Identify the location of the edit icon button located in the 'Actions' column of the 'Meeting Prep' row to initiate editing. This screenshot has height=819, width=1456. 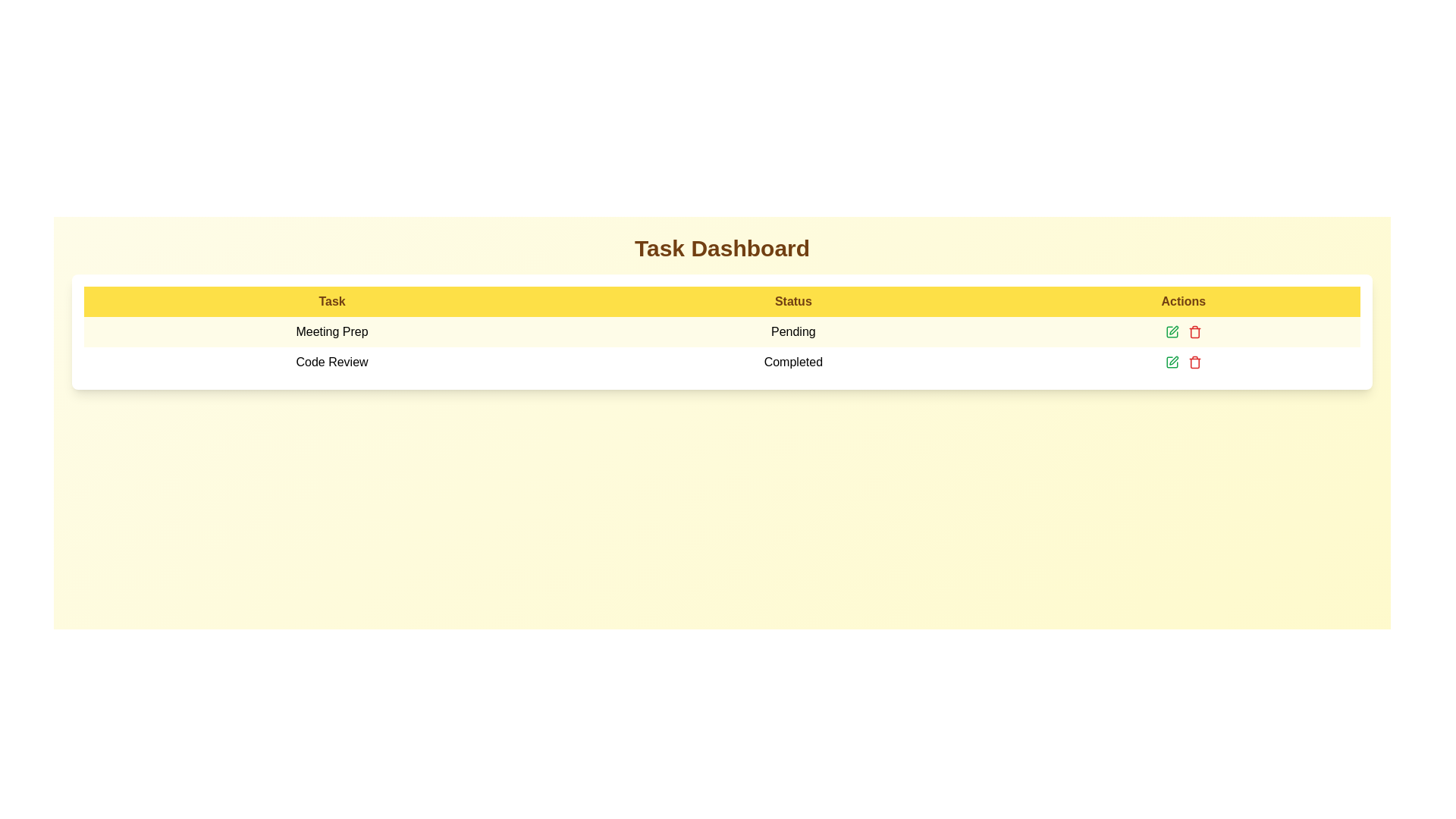
(1171, 331).